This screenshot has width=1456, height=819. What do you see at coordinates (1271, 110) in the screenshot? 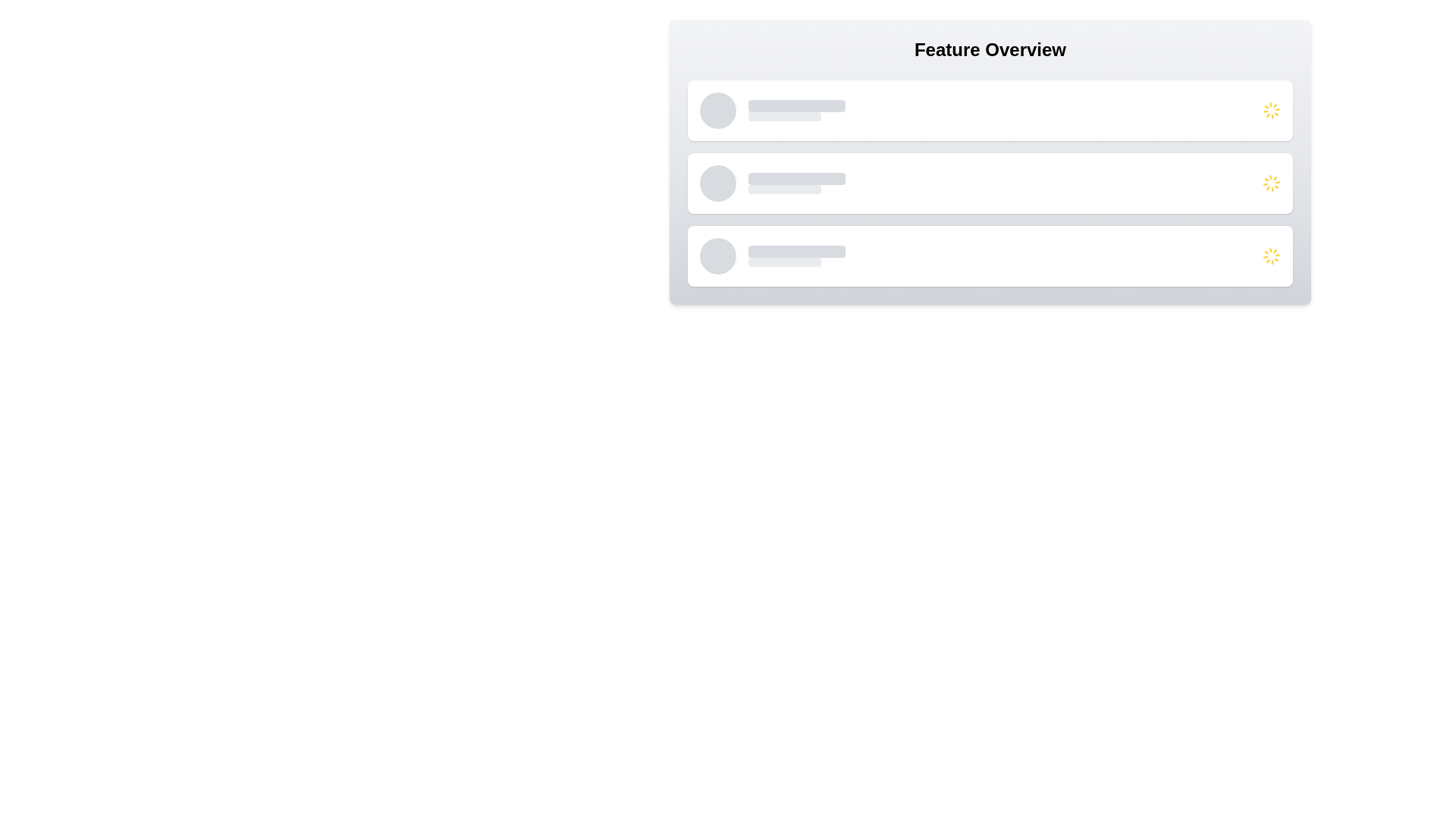
I see `the spinning behavior of the loader icon, which is a spinning yellow star-like icon located on the far right side of the first row of cards` at bounding box center [1271, 110].